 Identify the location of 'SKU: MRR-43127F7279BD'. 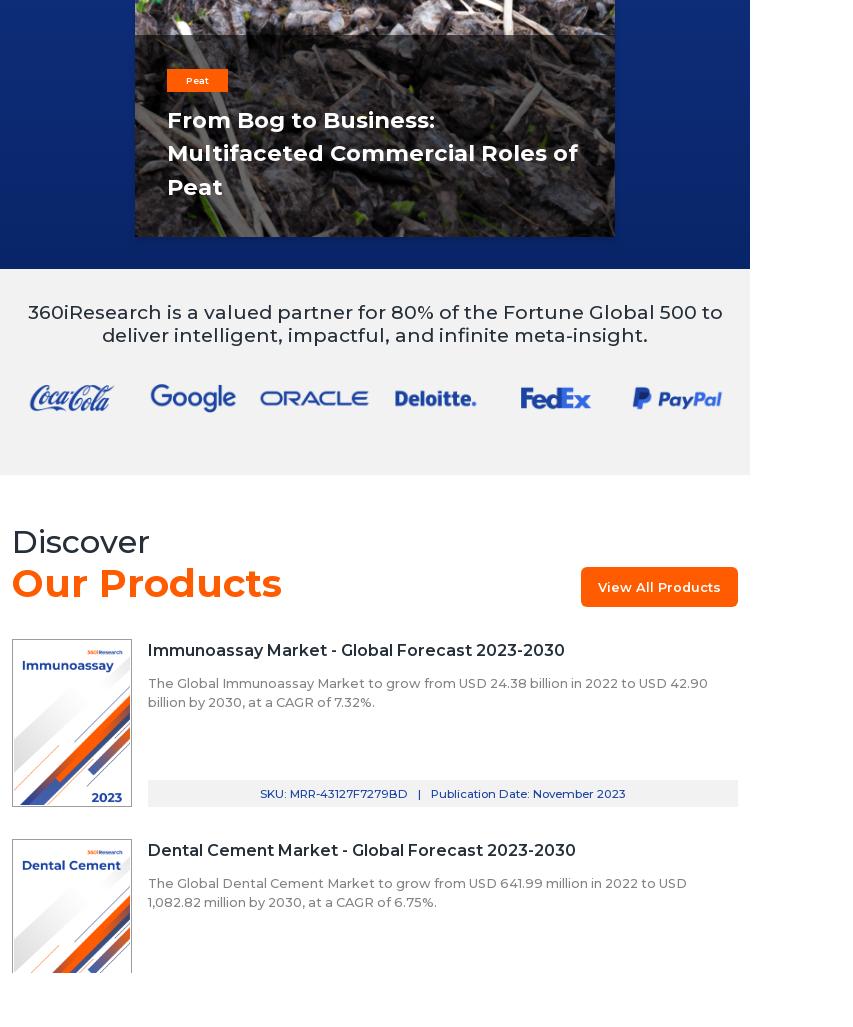
(333, 792).